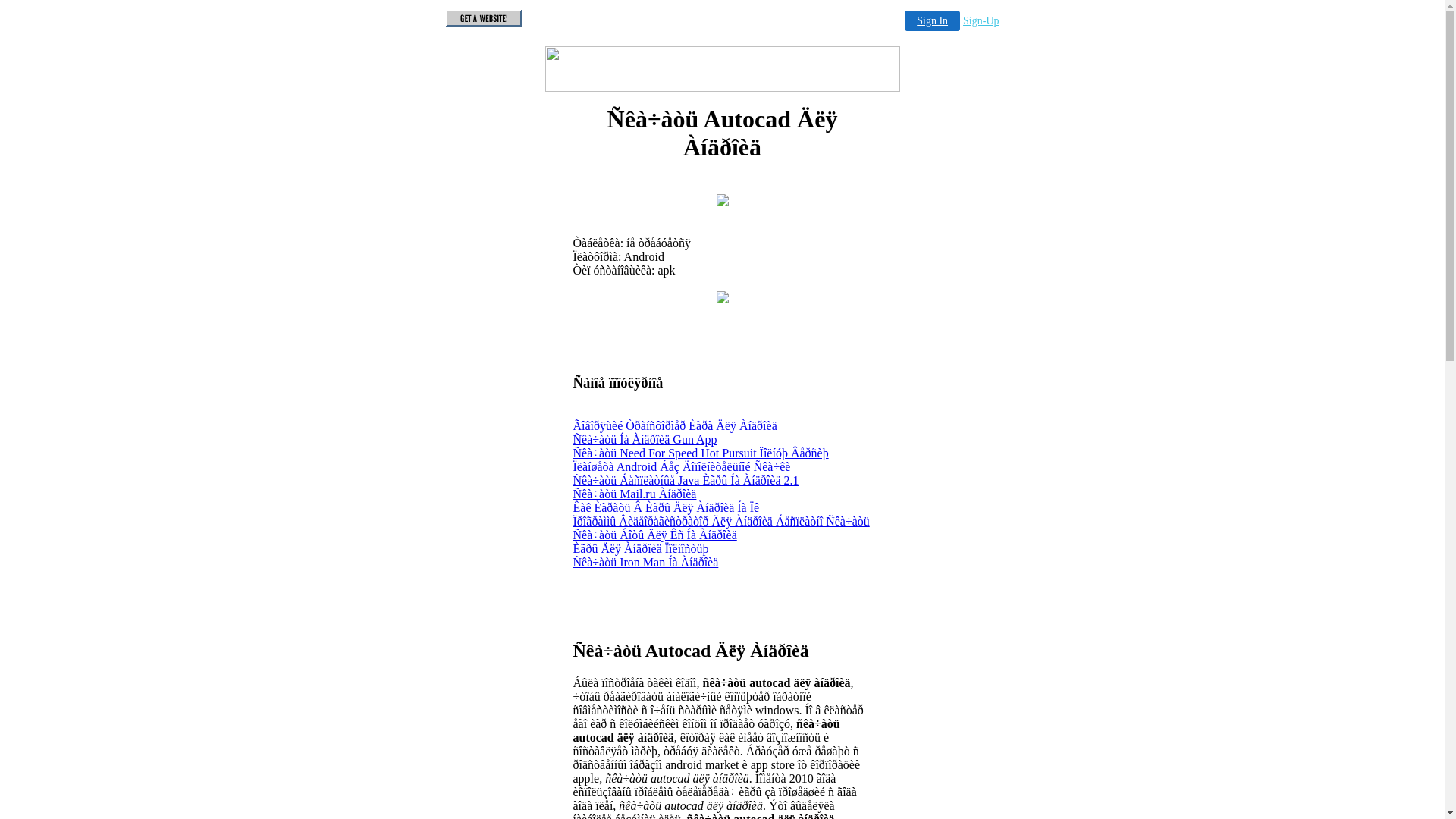  I want to click on 'Sign In', so click(931, 20).